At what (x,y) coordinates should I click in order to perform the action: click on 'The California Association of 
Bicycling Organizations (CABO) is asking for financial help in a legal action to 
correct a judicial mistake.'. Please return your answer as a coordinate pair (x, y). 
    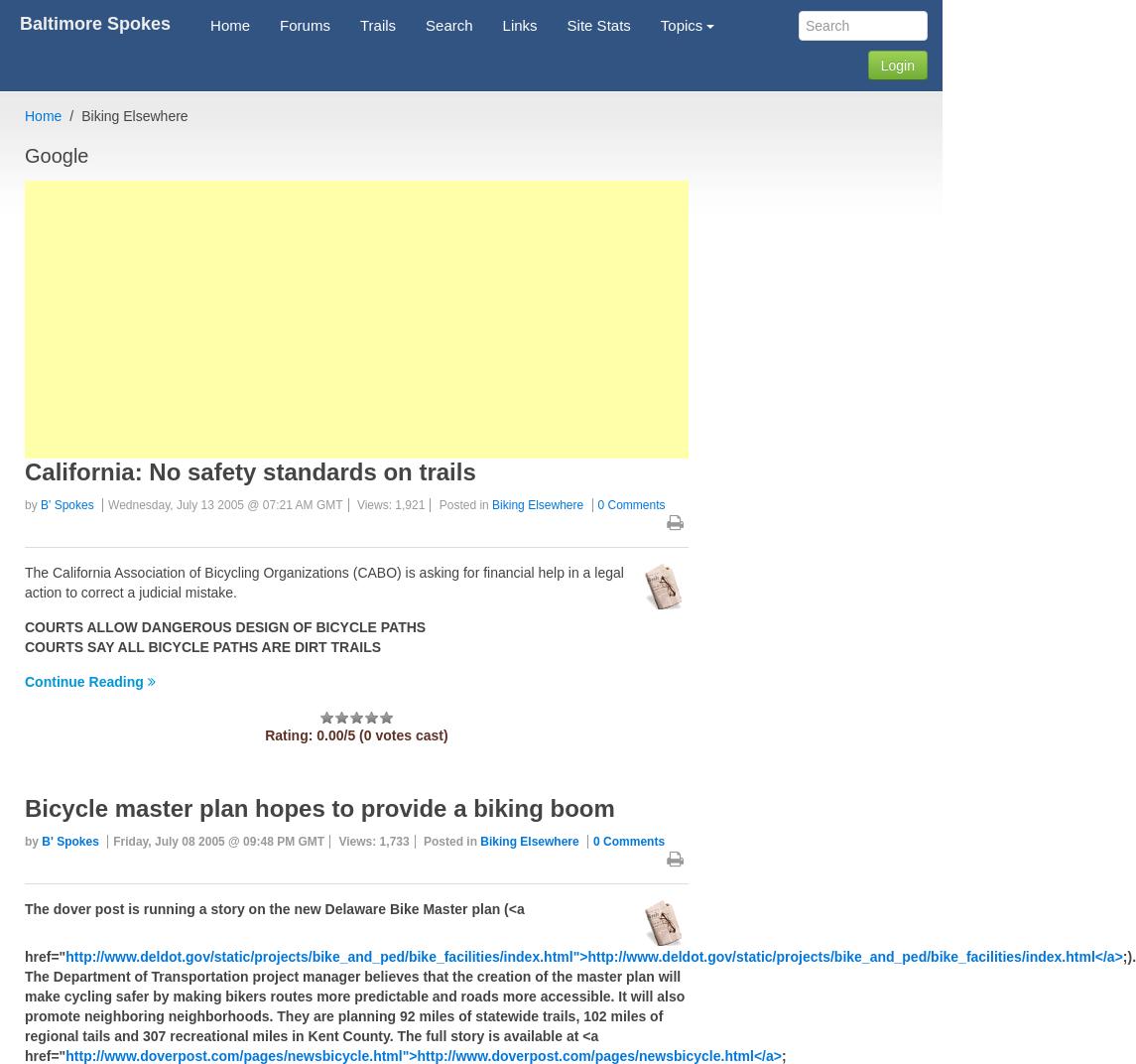
    Looking at the image, I should click on (24, 582).